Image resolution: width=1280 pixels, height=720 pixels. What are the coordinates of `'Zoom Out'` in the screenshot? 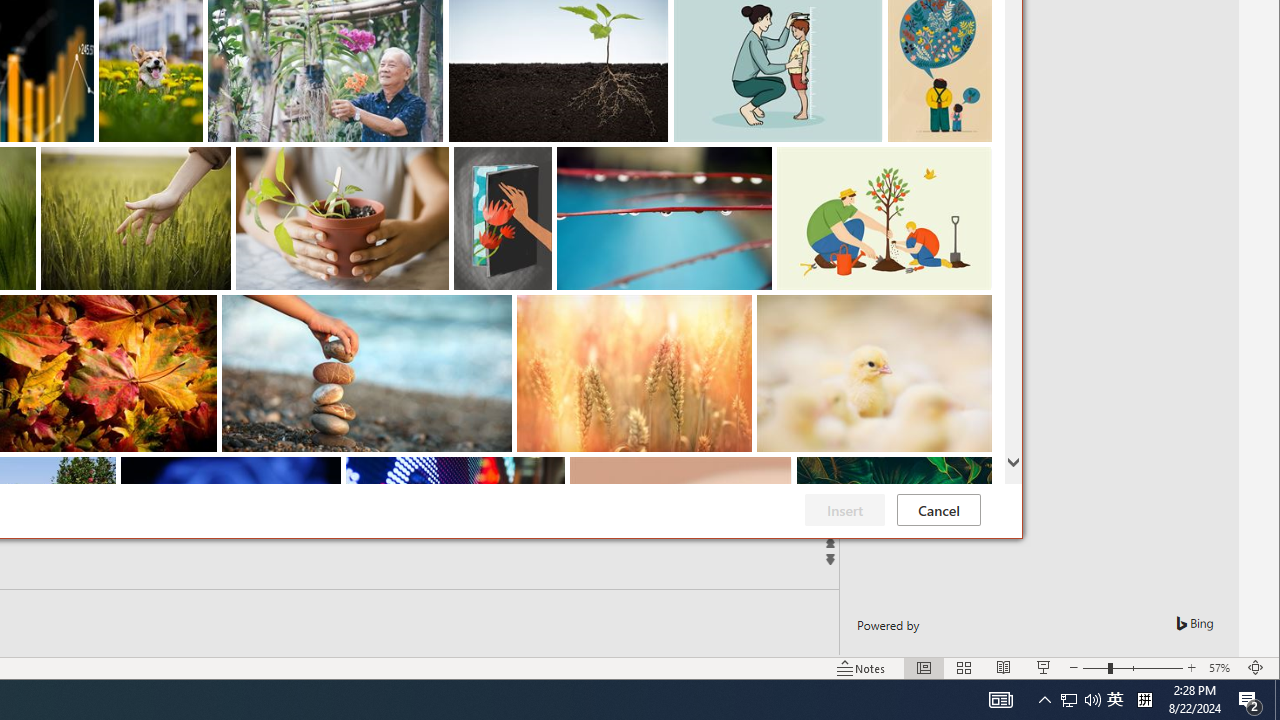 It's located at (1094, 668).